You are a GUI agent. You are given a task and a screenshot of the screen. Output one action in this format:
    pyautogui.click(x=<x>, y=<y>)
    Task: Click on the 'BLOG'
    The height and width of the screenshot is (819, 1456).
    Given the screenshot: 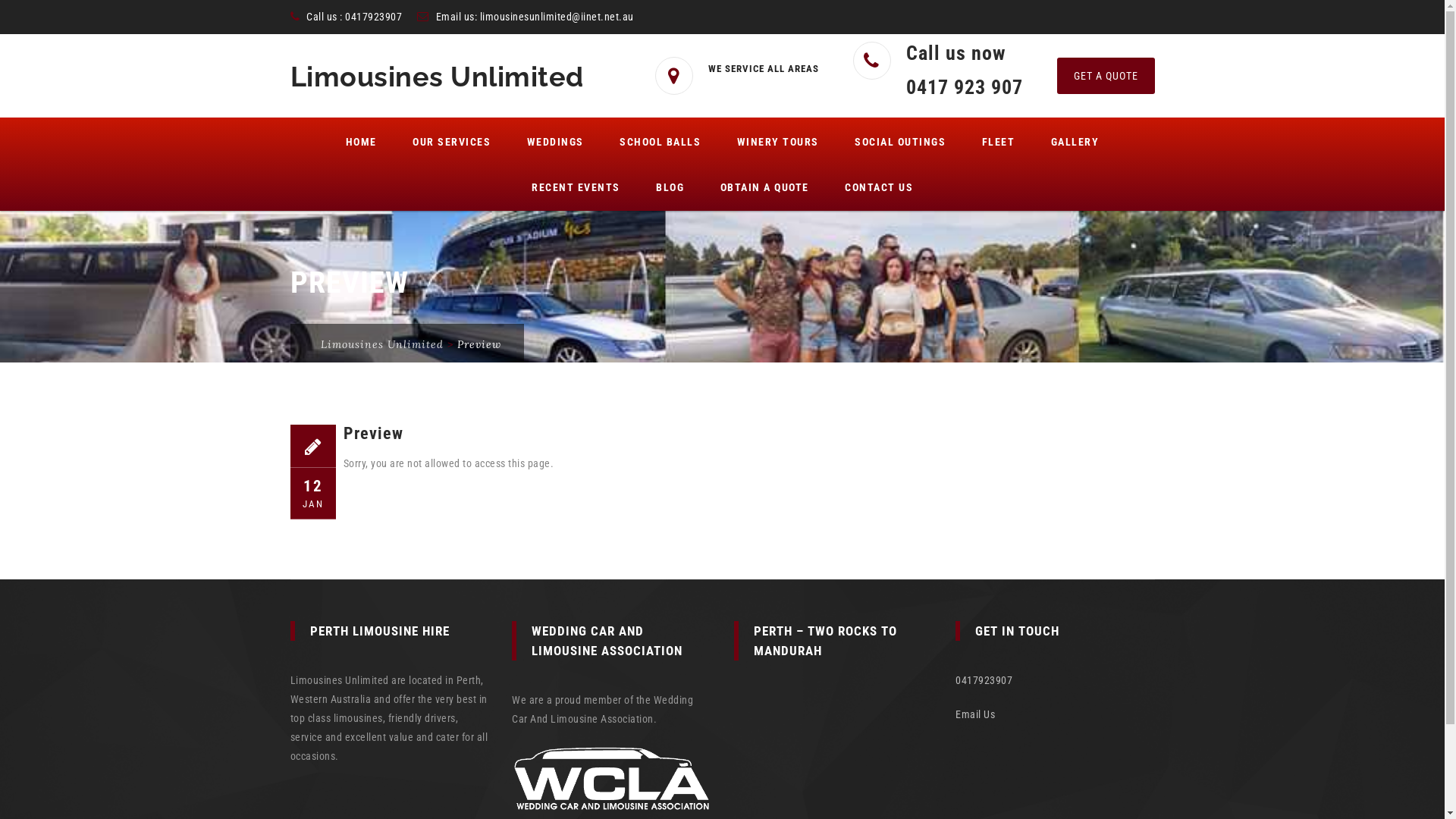 What is the action you would take?
    pyautogui.click(x=669, y=186)
    